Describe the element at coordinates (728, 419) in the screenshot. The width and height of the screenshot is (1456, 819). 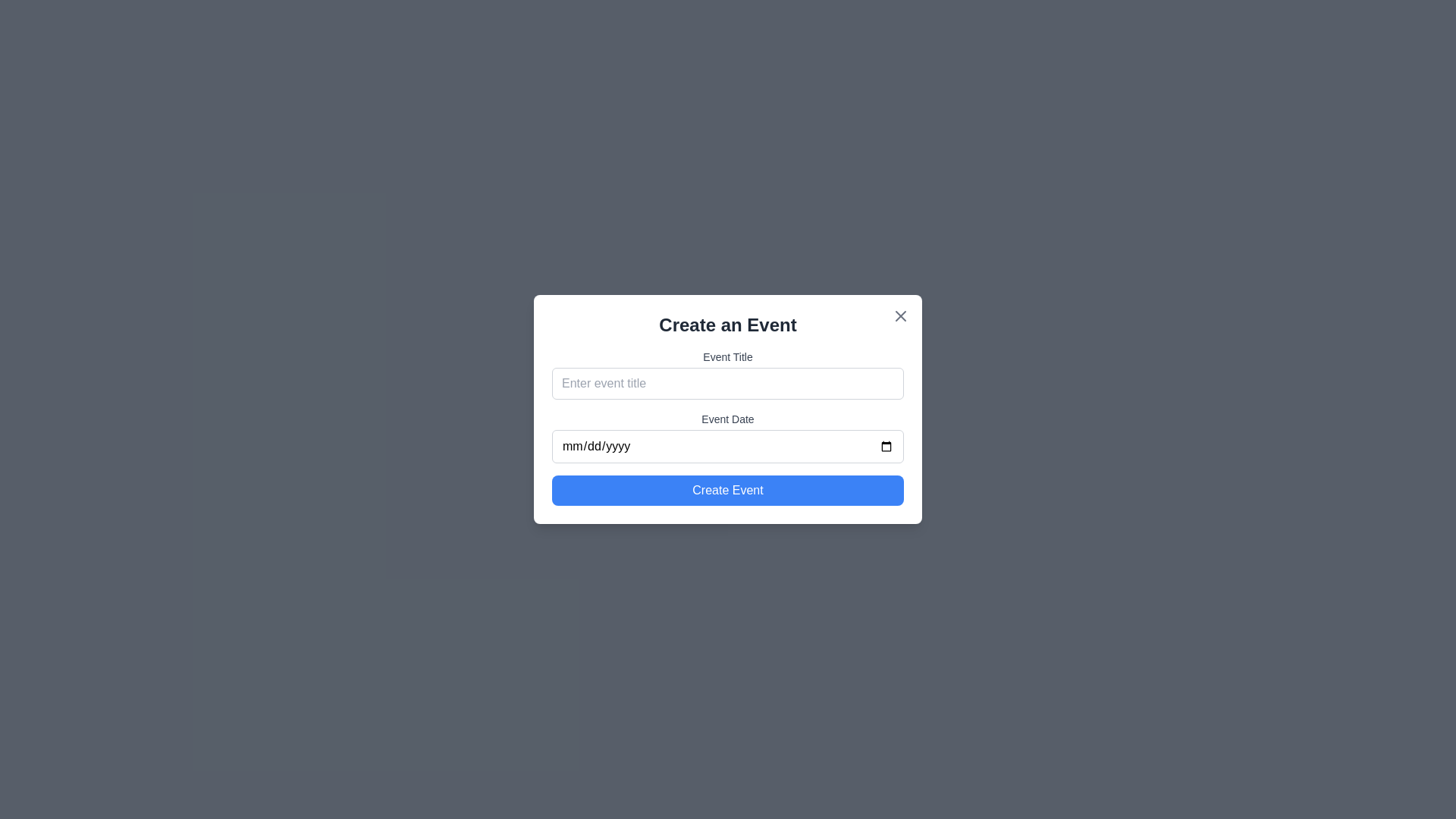
I see `the label displaying 'Event Date', which is styled in a small font size with medium weight and a gray color, located above the date input field in the modal interface` at that location.